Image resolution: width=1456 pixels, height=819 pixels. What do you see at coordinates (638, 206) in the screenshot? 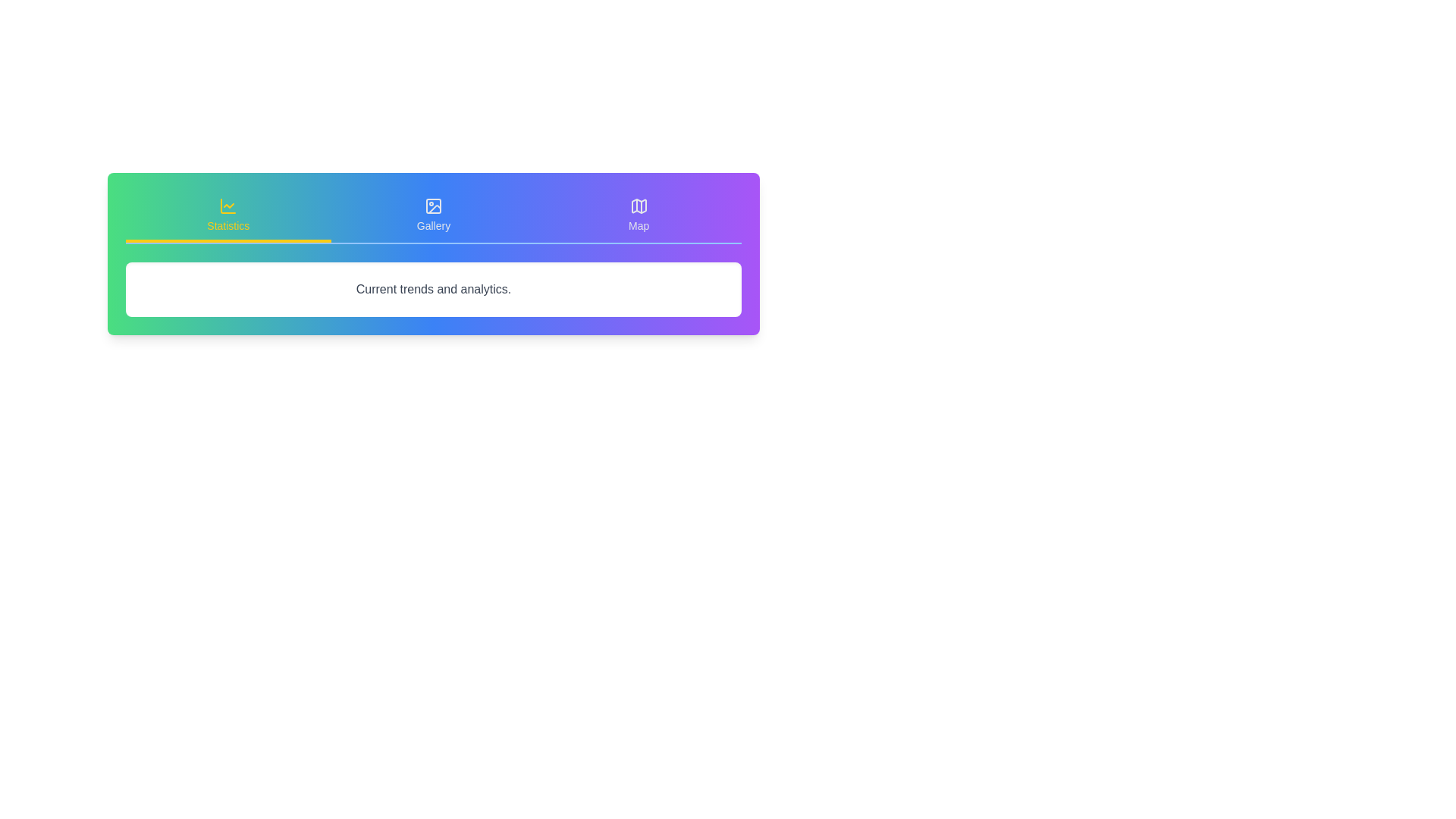
I see `the icon of the Map tab to interact with it` at bounding box center [638, 206].